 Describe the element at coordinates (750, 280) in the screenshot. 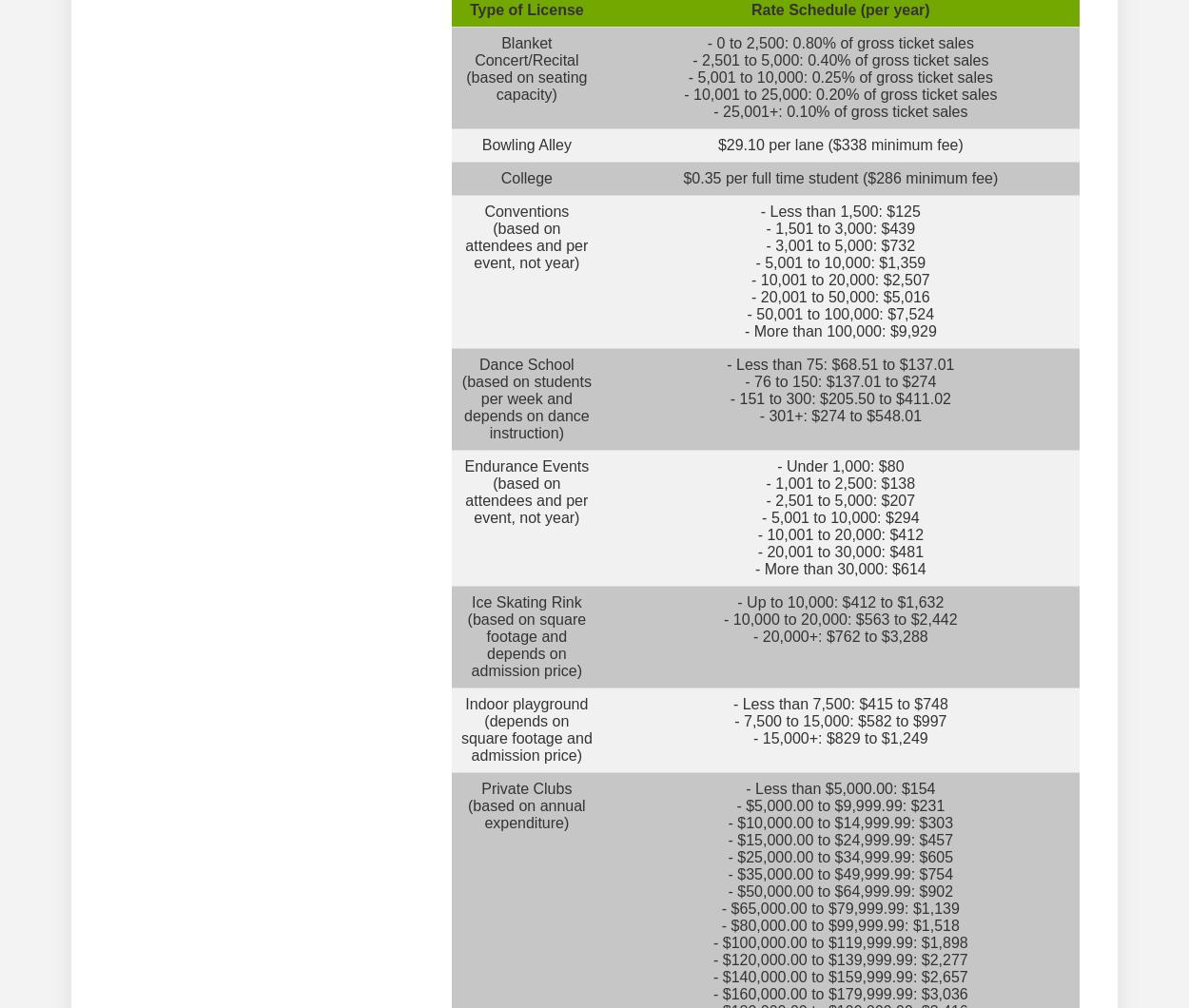

I see `'- 10,001 to 20,000: $2,507'` at that location.